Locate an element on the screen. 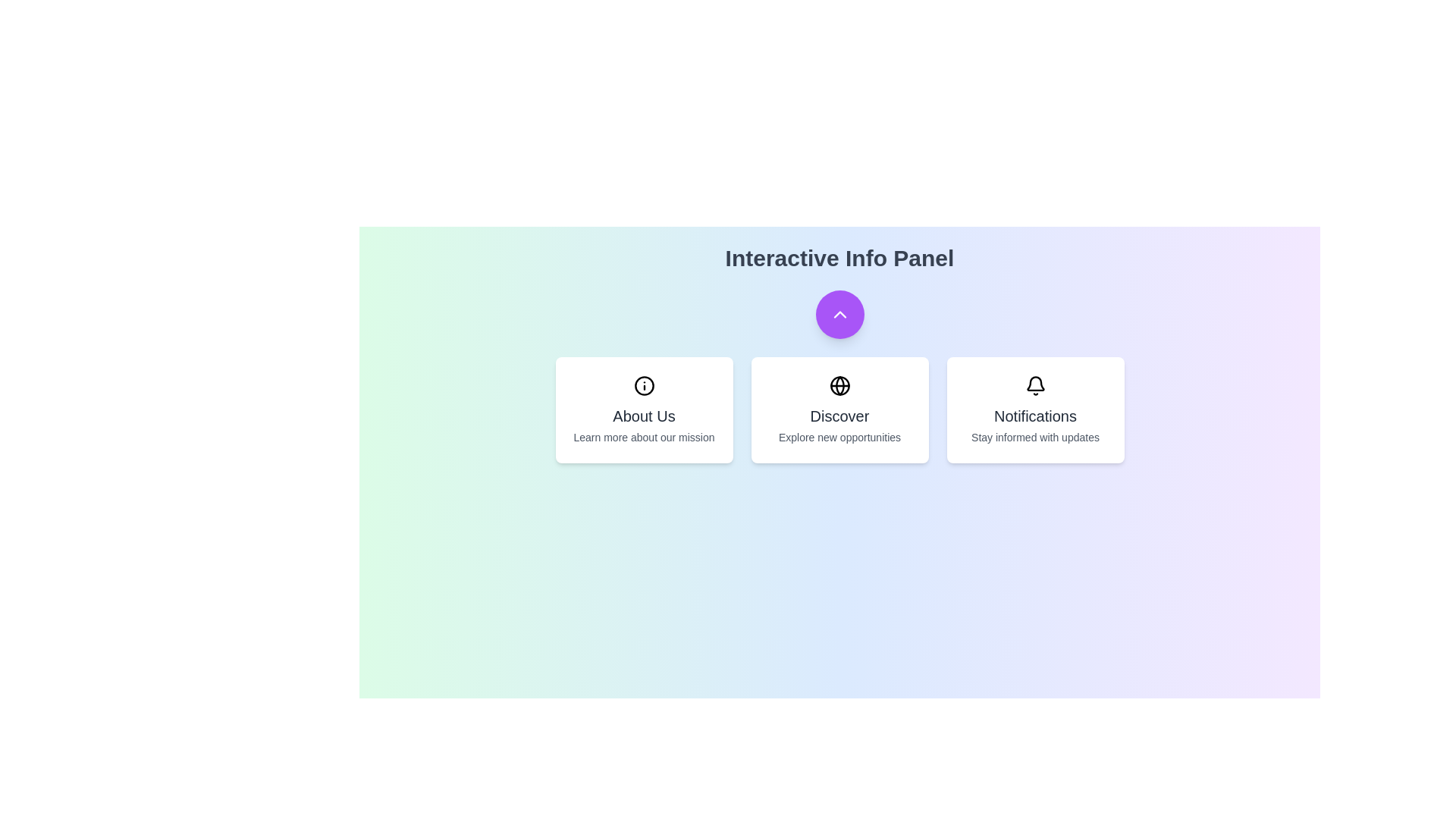  the 'About Us' card to learn more is located at coordinates (644, 409).